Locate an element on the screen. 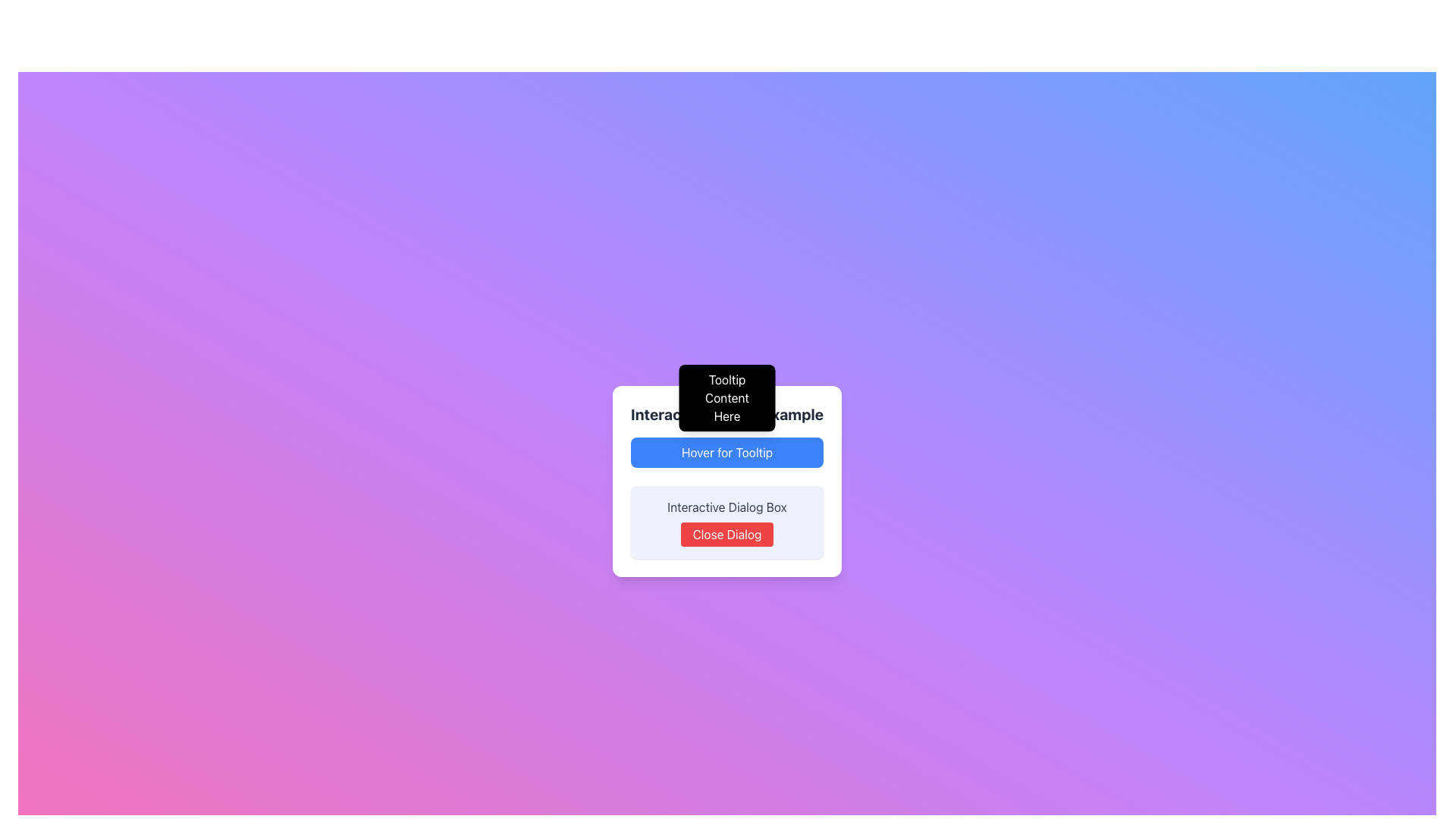  the red rectangular button labeled 'Close Dialog' to observe its hover effect is located at coordinates (726, 534).